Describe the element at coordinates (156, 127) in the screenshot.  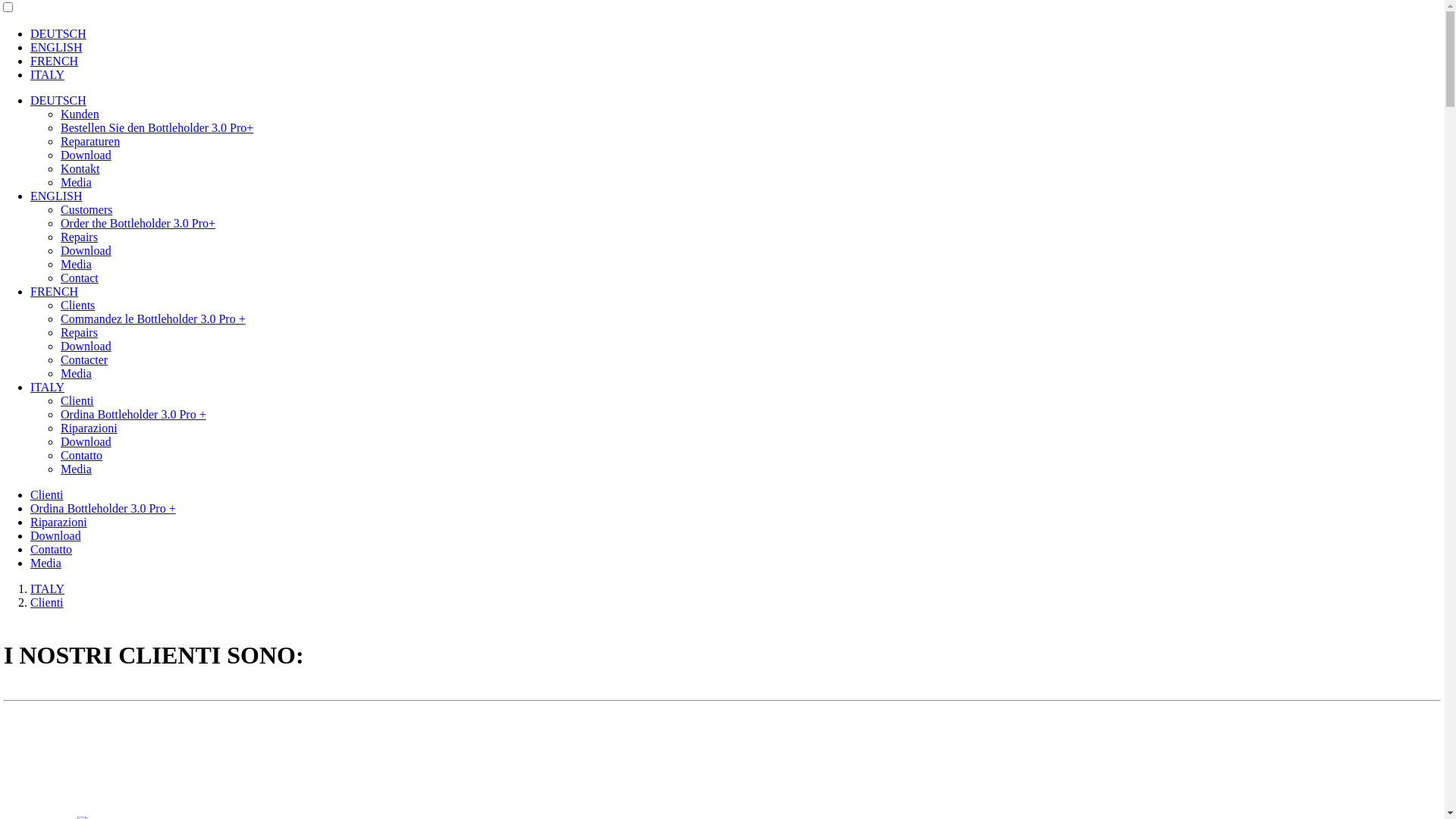
I see `'Bestellen Sie den Bottleholder 3.0 Pro+'` at that location.